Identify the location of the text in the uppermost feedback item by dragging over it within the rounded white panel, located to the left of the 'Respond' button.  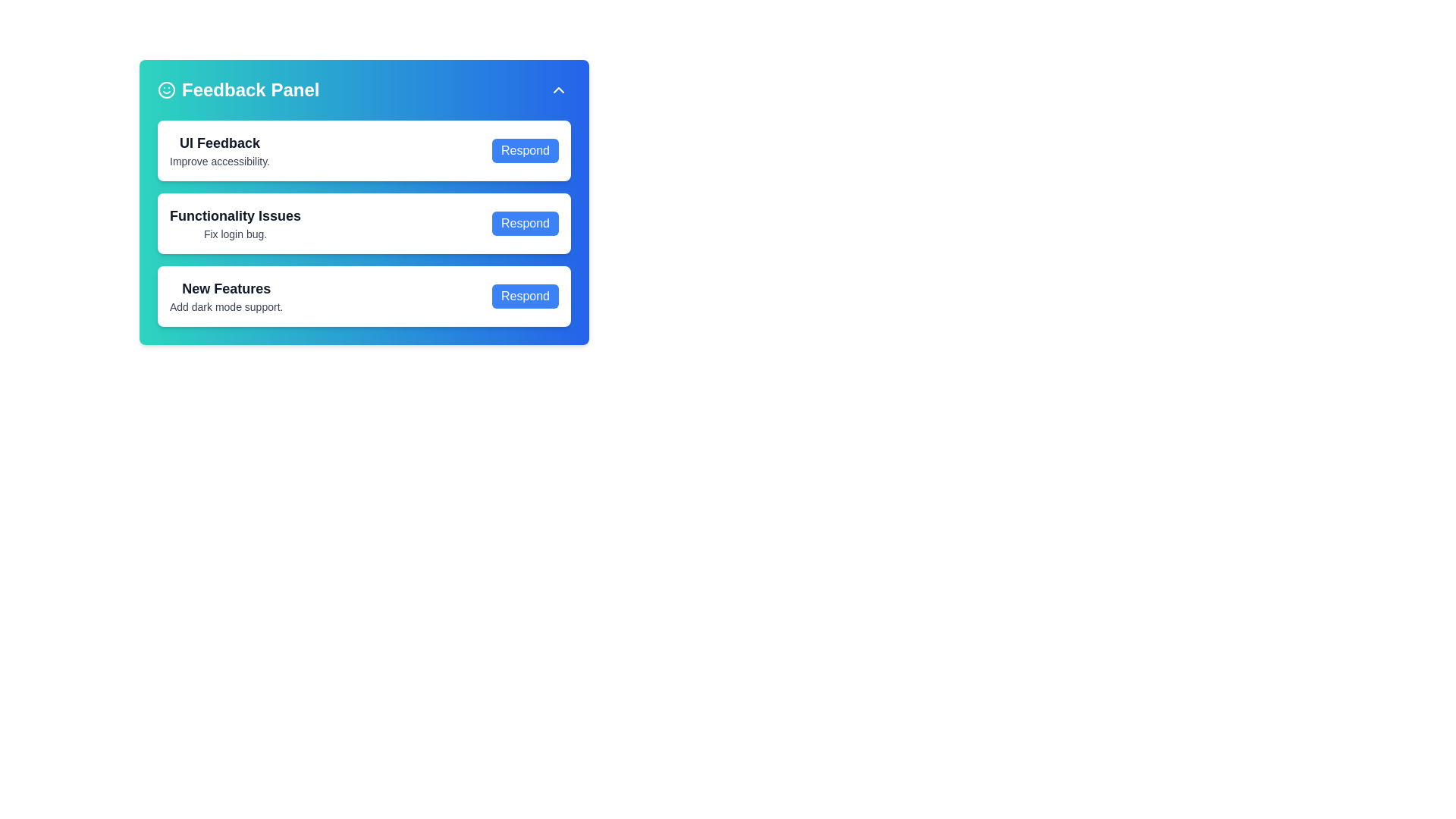
(218, 151).